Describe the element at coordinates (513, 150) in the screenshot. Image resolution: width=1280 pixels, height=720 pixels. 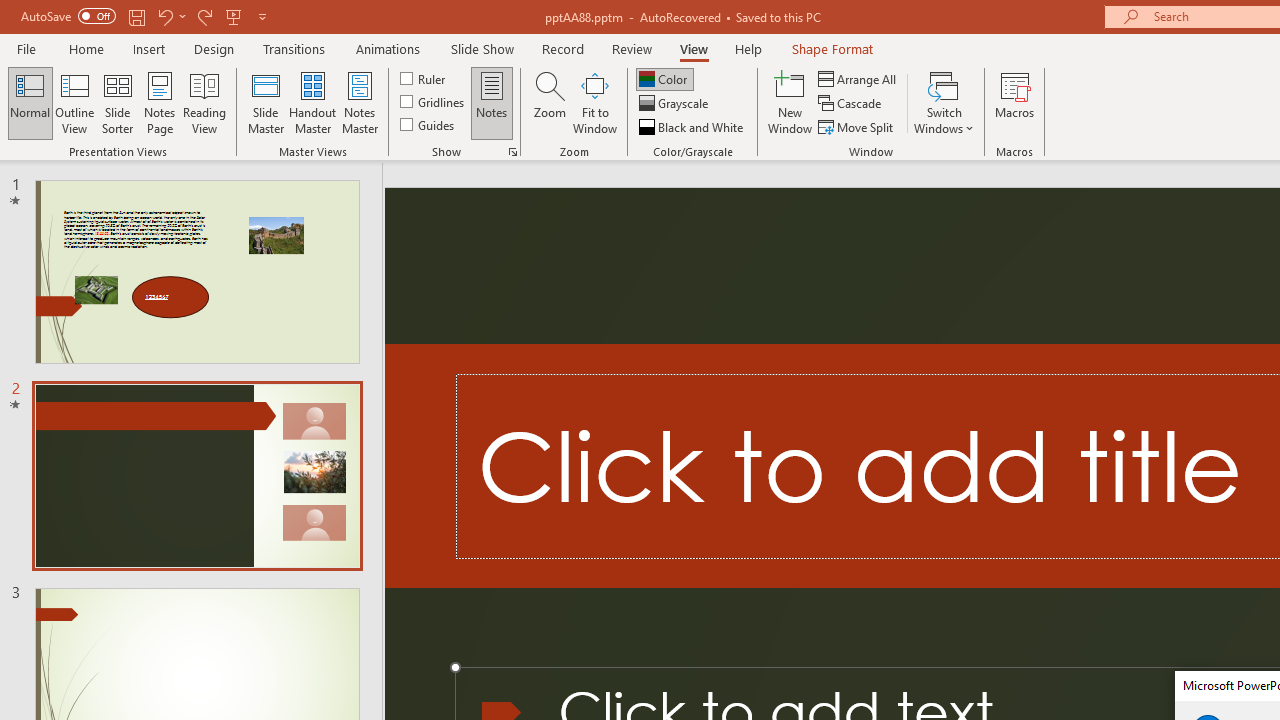
I see `'Grid Settings...'` at that location.